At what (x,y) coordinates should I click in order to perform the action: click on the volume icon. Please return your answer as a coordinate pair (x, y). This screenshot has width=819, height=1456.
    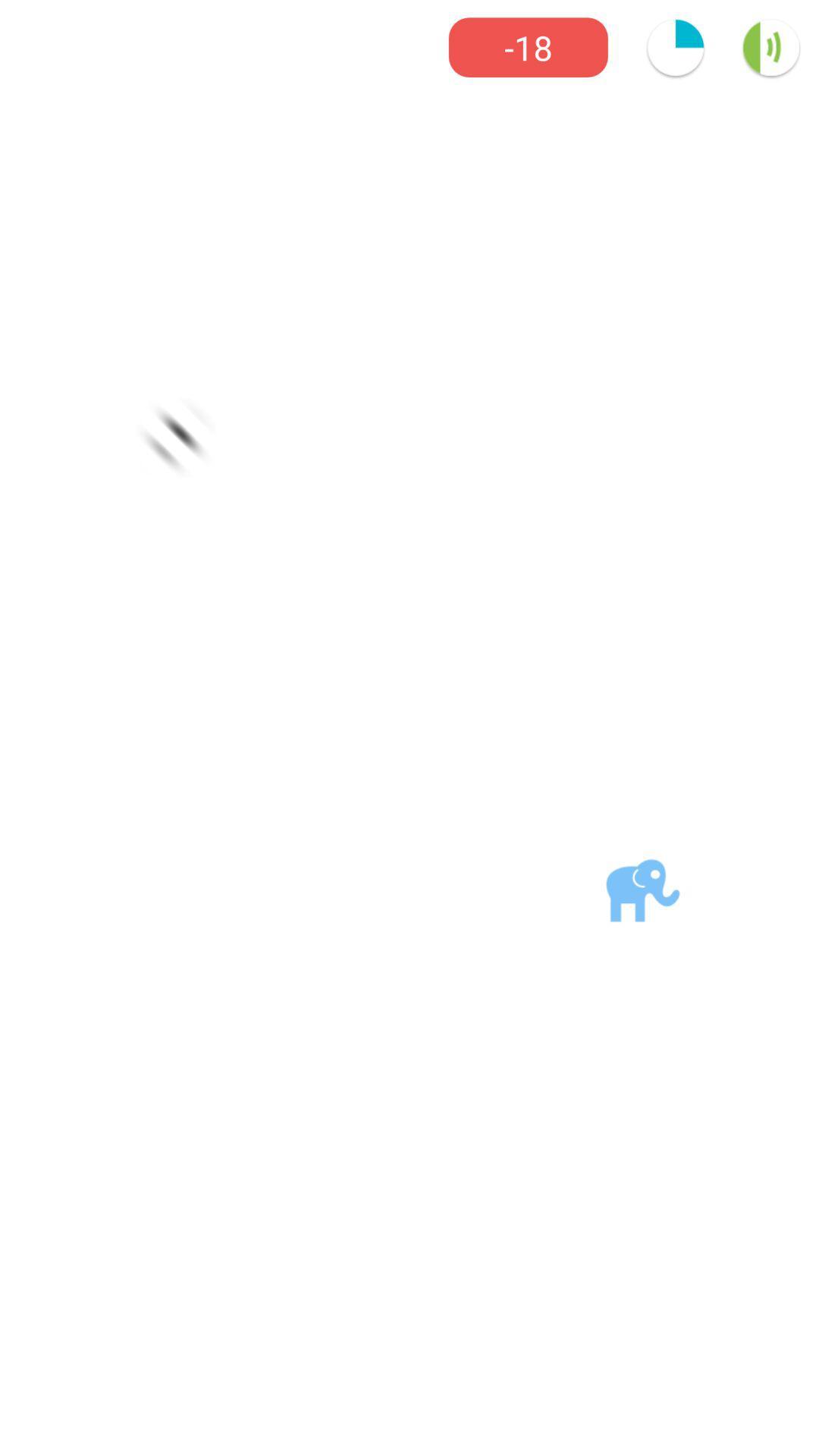
    Looking at the image, I should click on (771, 47).